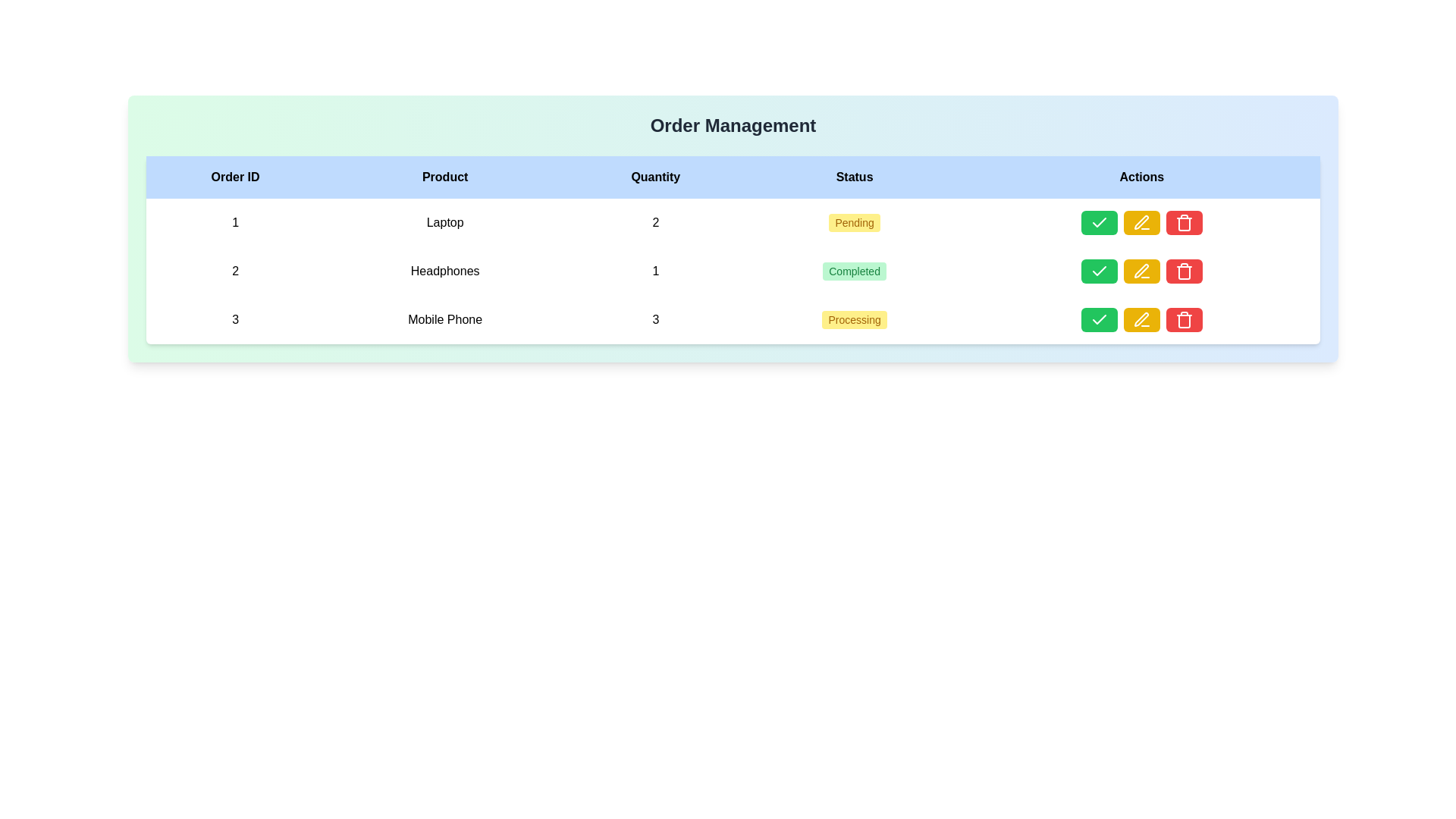  I want to click on the green button with a white check mark symbol located in the Actions column of the first row of the table, which is the first button among three in that cell, so click(1099, 222).